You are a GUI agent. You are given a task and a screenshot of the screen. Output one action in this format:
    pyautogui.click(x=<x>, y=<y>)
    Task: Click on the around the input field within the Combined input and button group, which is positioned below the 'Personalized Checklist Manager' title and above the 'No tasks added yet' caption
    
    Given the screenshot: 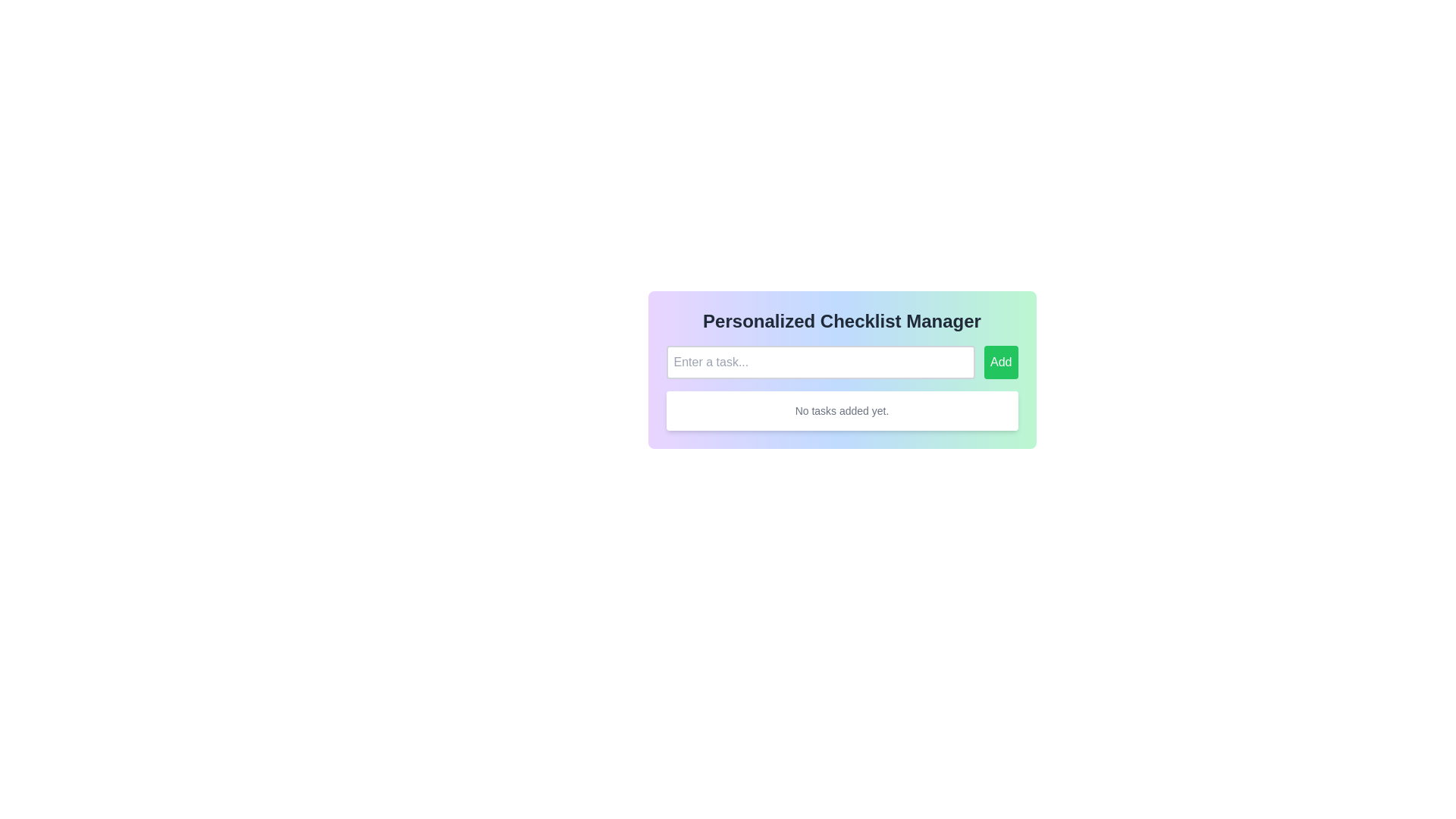 What is the action you would take?
    pyautogui.click(x=841, y=362)
    